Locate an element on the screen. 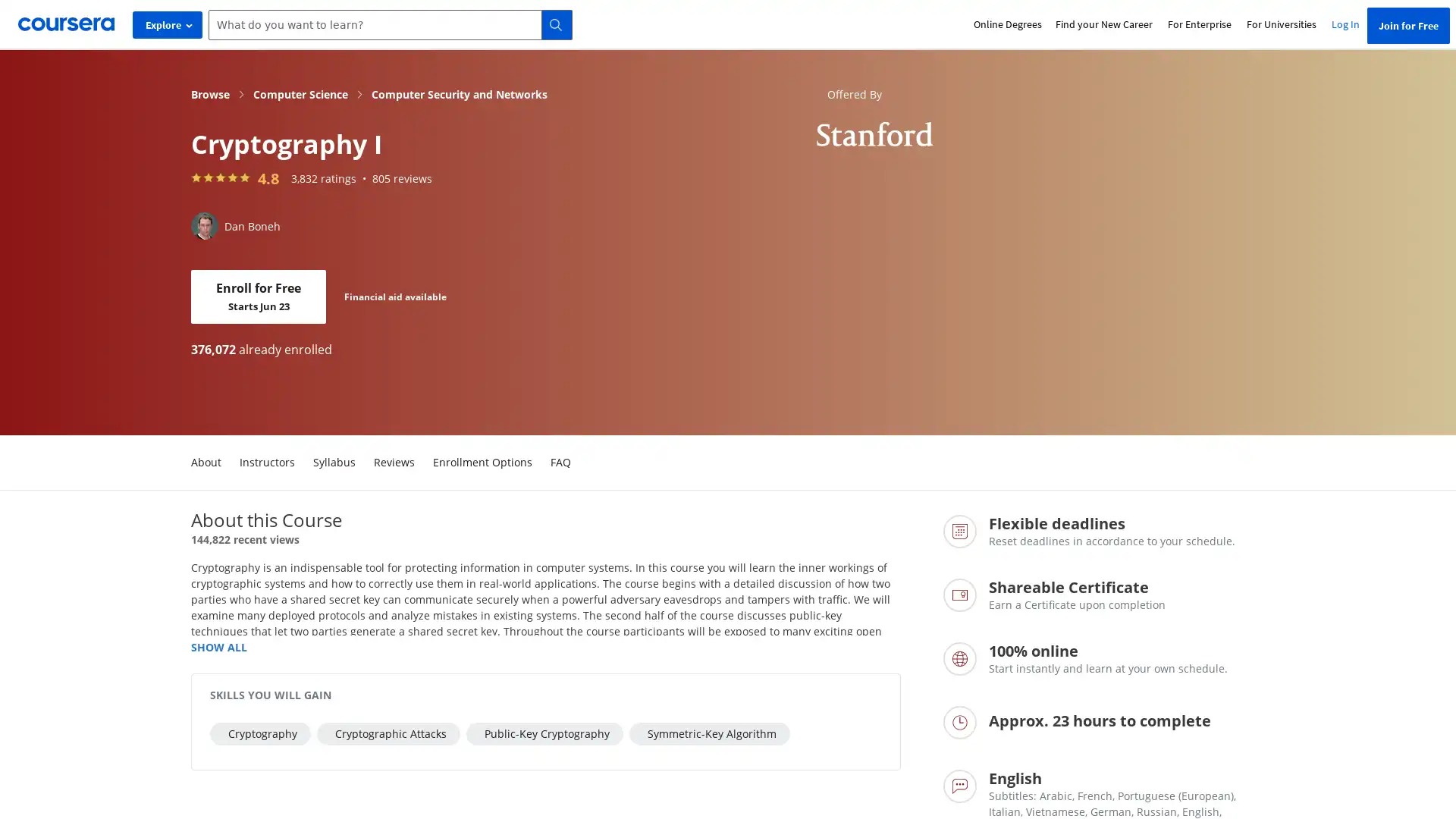 The height and width of the screenshot is (819, 1456). Enroll for Free Starts Jun 23 is located at coordinates (258, 297).